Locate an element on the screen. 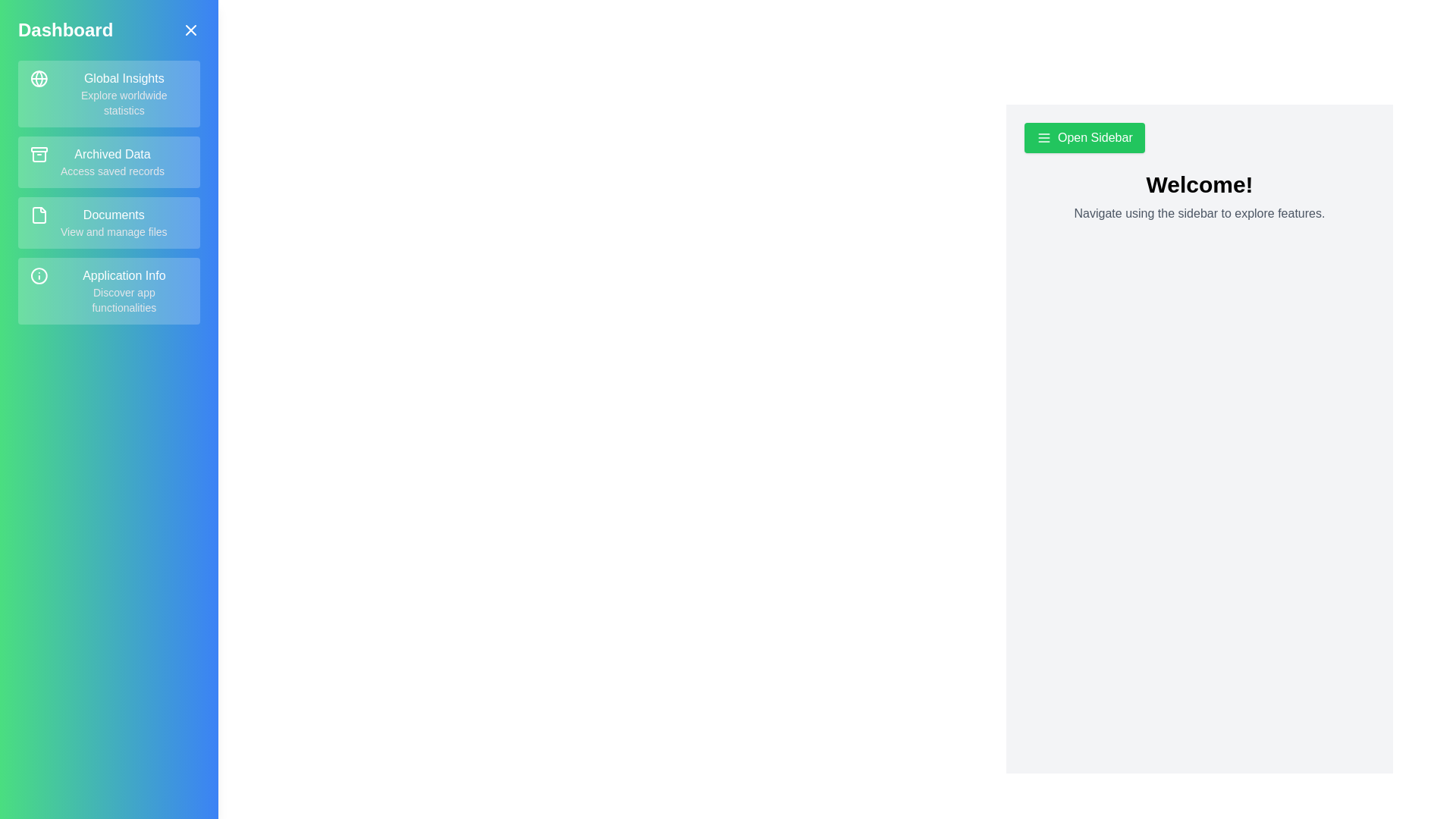  the menu item Documents in the sidebar is located at coordinates (108, 222).